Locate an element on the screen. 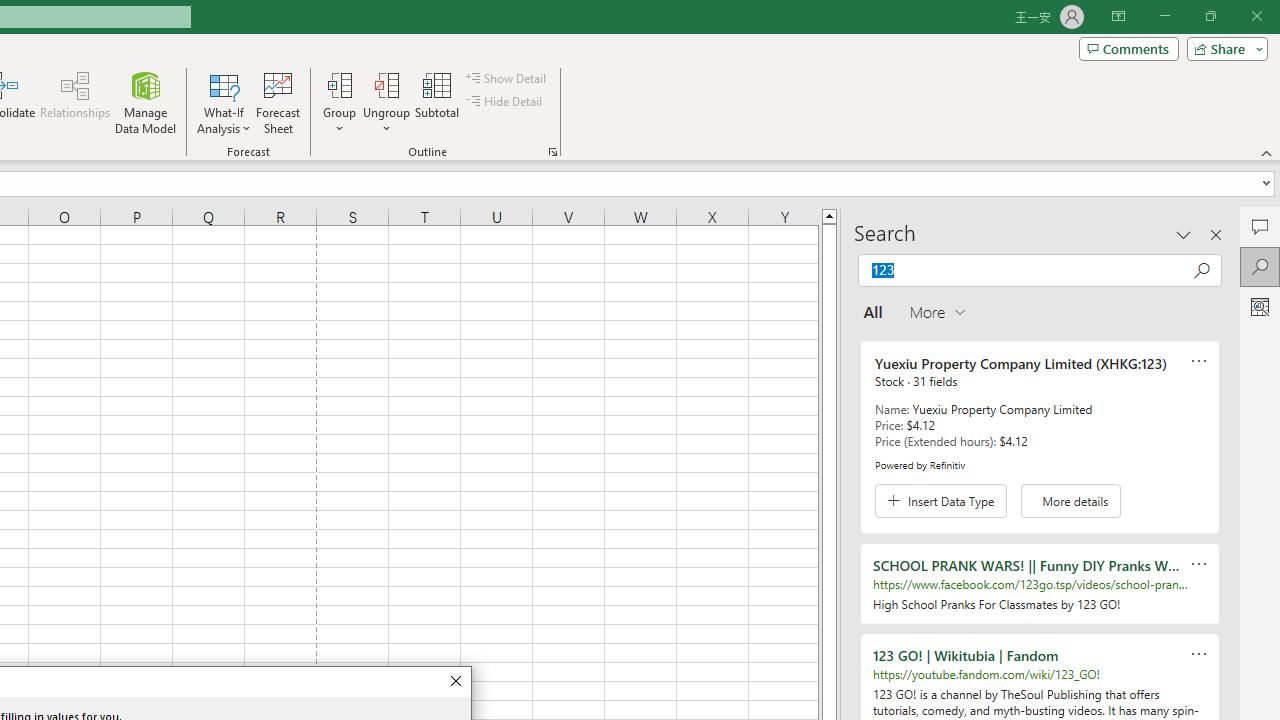  'What-If Analysis' is located at coordinates (224, 103).